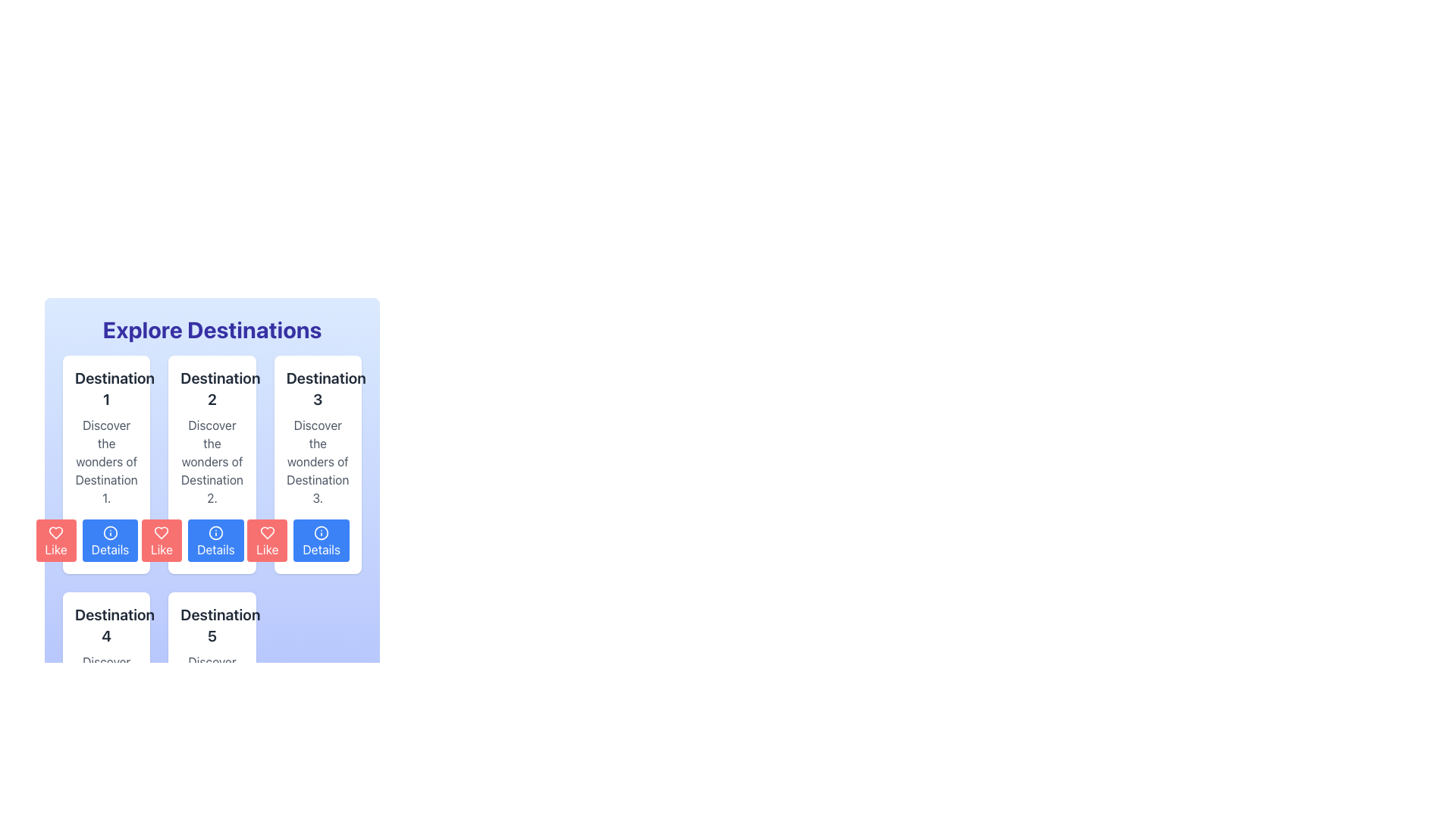  I want to click on the circular icon with a blue border and a white background, which is the central part of the third 'Details' button under the 'Explore Destinations' section, so click(321, 532).